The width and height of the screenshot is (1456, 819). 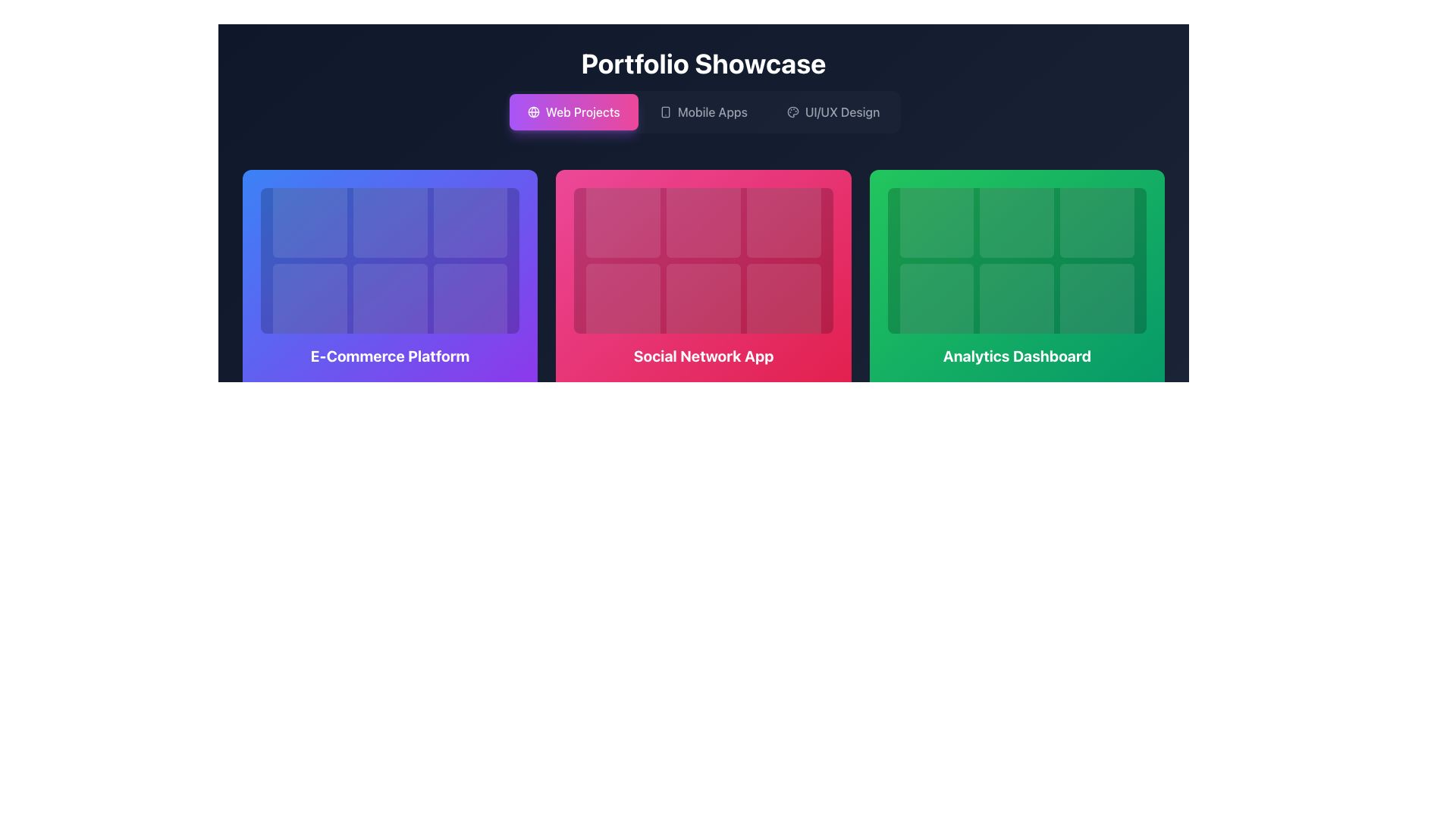 What do you see at coordinates (711, 111) in the screenshot?
I see `text content of the 'Mobile Apps' label, which is a textual label styled with a medium font weight located in the top center portion of the interface within a navigation bar` at bounding box center [711, 111].